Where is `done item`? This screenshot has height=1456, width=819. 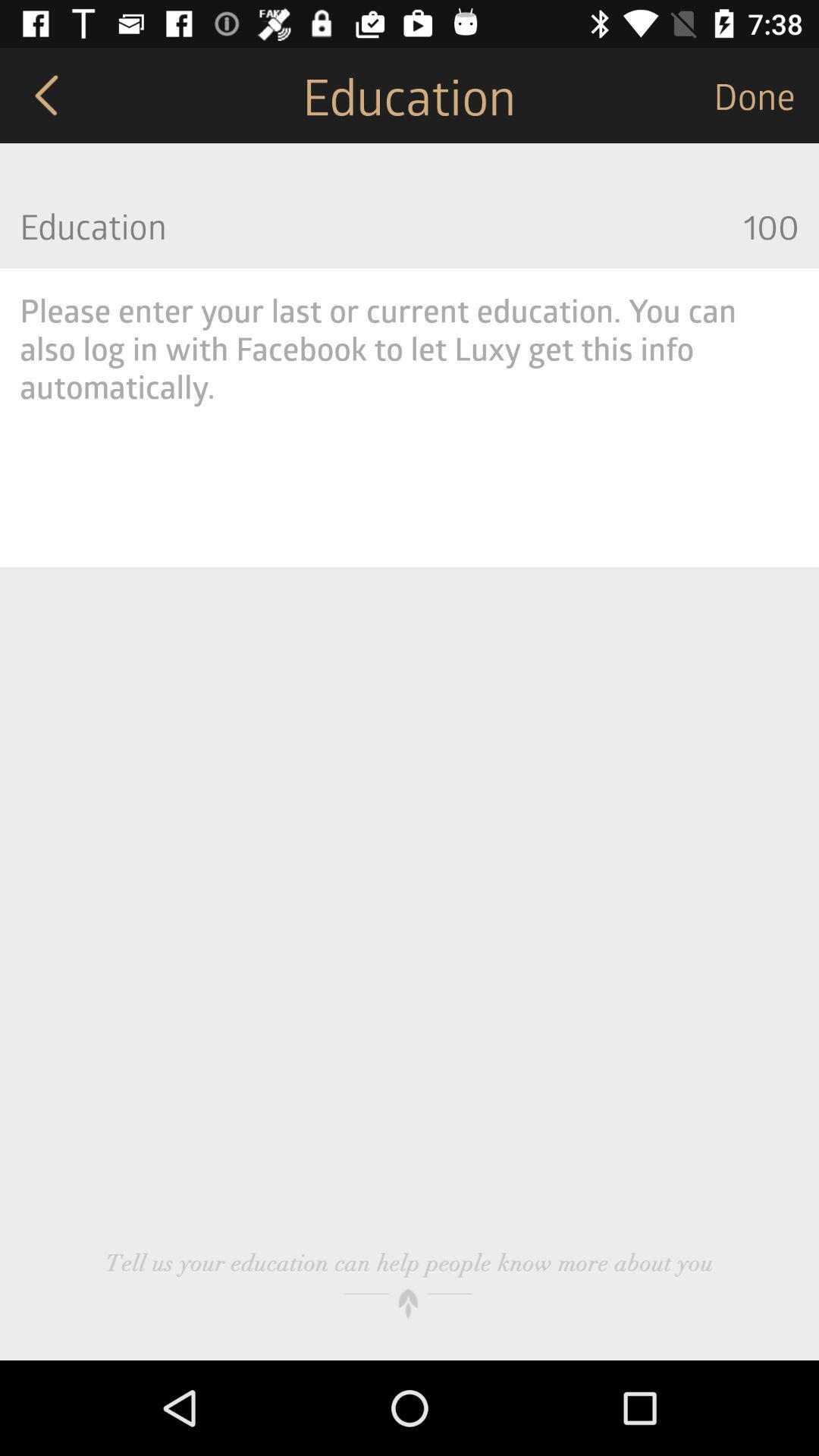 done item is located at coordinates (766, 94).